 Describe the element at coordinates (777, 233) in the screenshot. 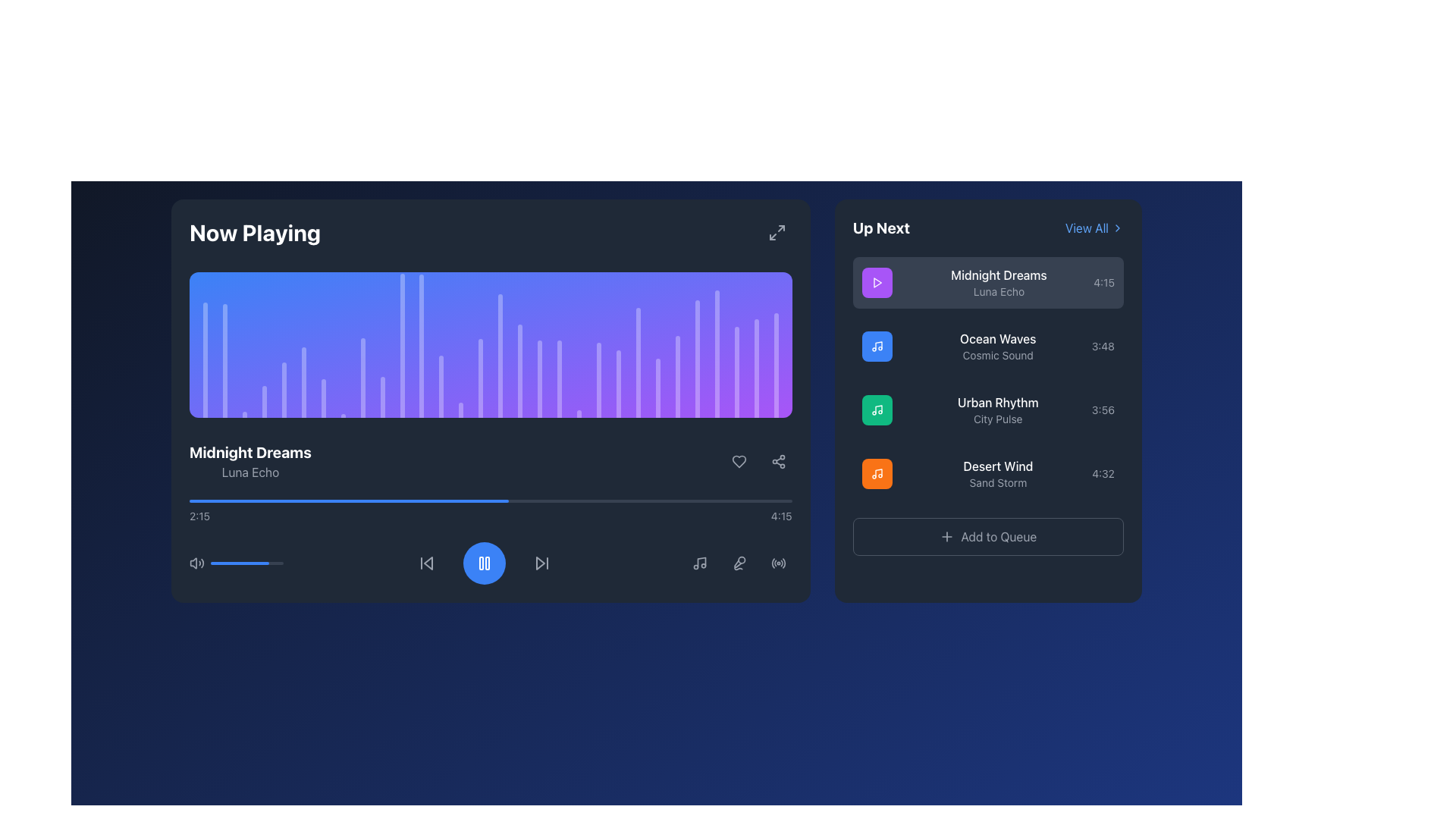

I see `the icon button featuring a diagonal arrow within a circle located at the upper-right corner of the 'Now Playing' section to change its color` at that location.